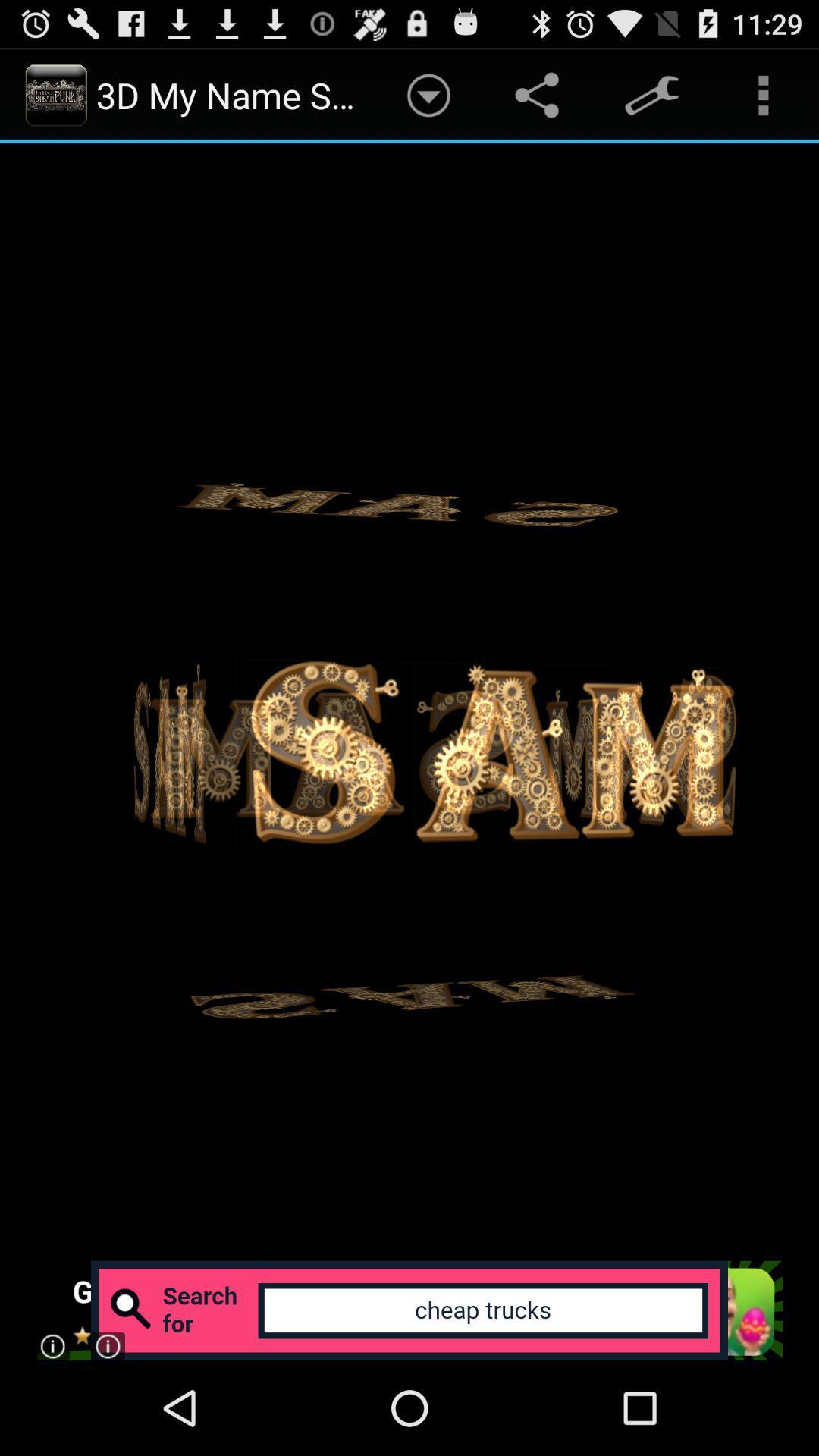  I want to click on advanced search, so click(408, 1310).